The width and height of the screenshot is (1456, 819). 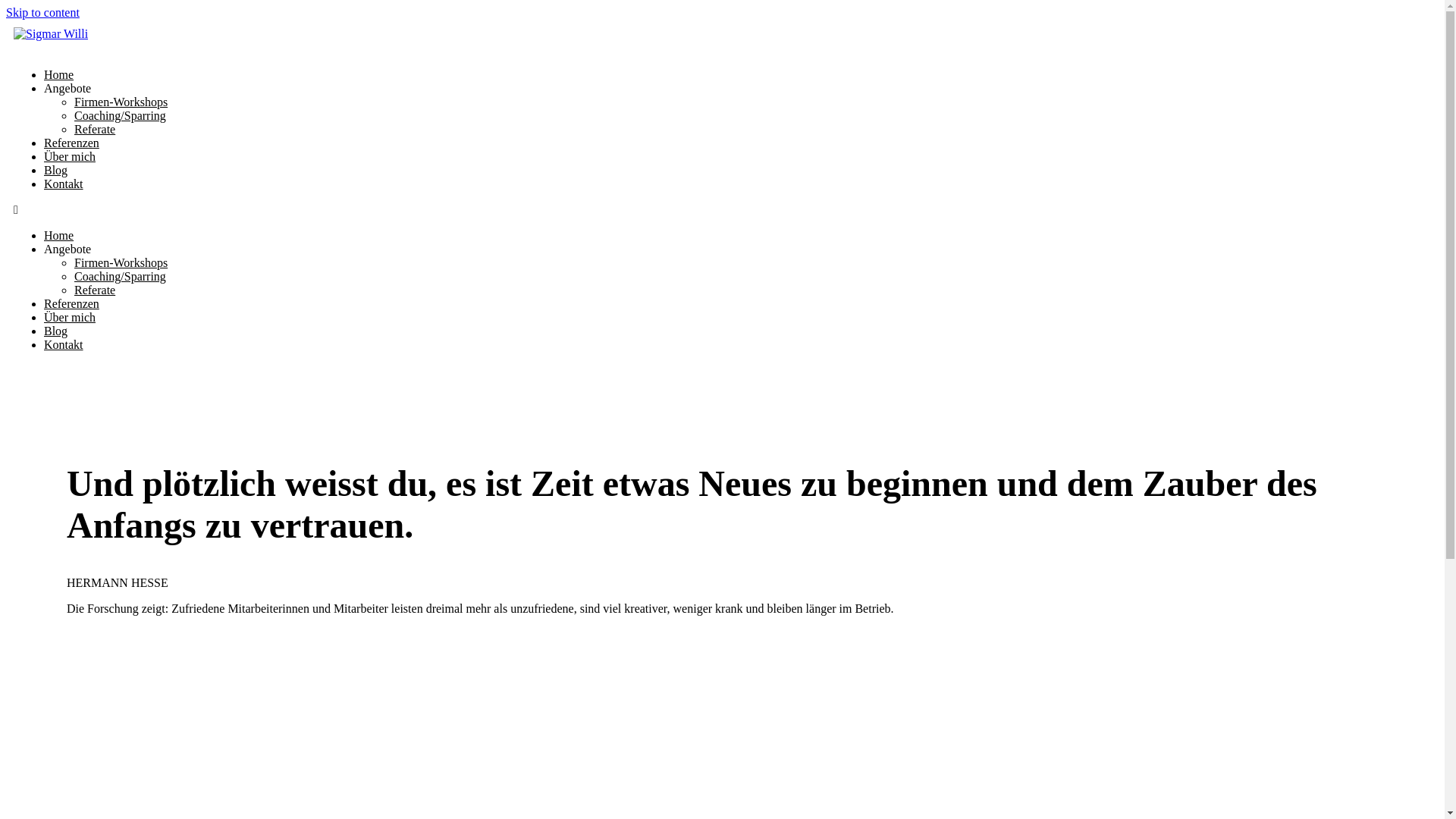 What do you see at coordinates (93, 128) in the screenshot?
I see `'Referate'` at bounding box center [93, 128].